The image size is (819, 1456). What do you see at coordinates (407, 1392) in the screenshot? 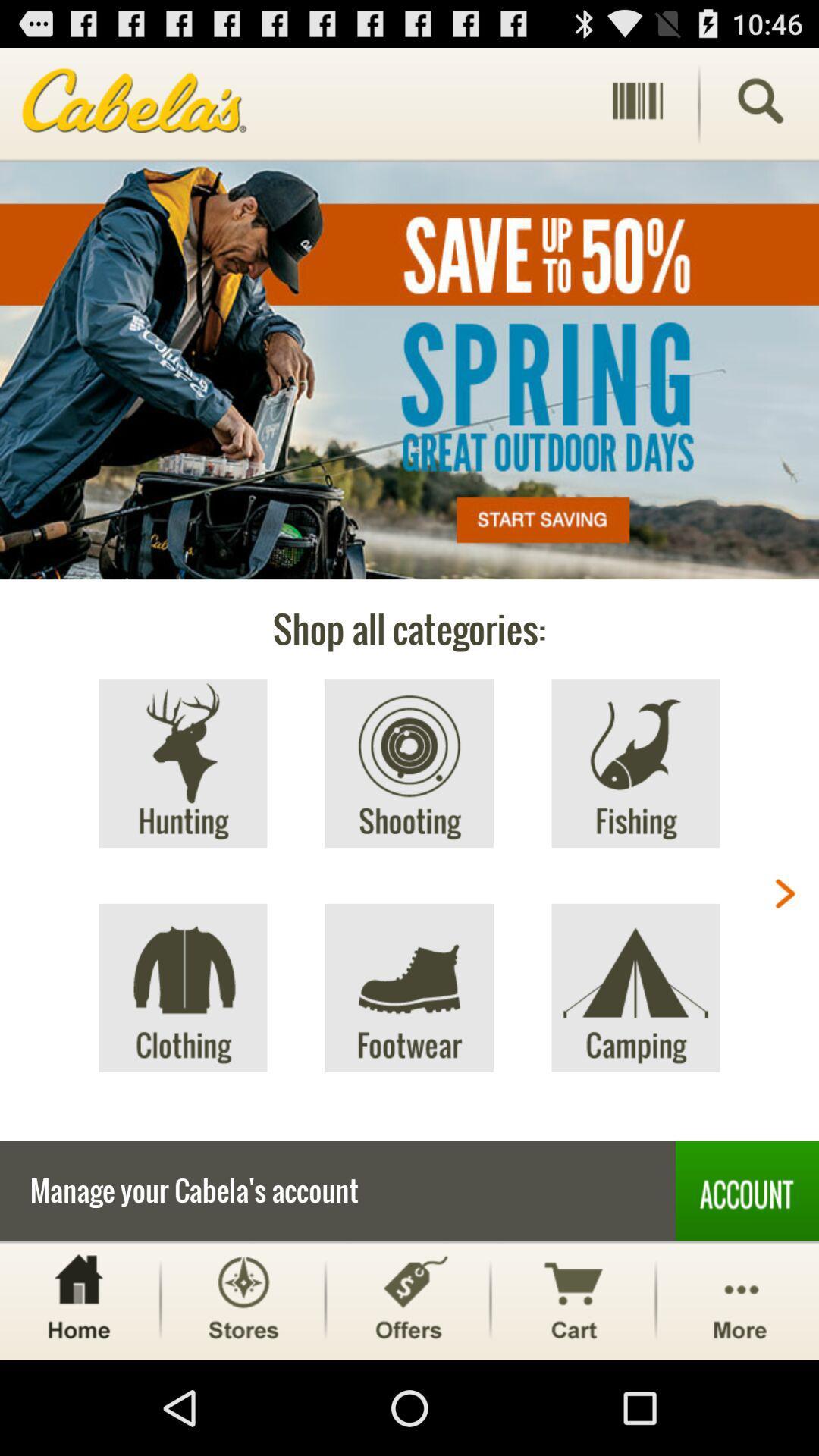
I see `the label icon` at bounding box center [407, 1392].